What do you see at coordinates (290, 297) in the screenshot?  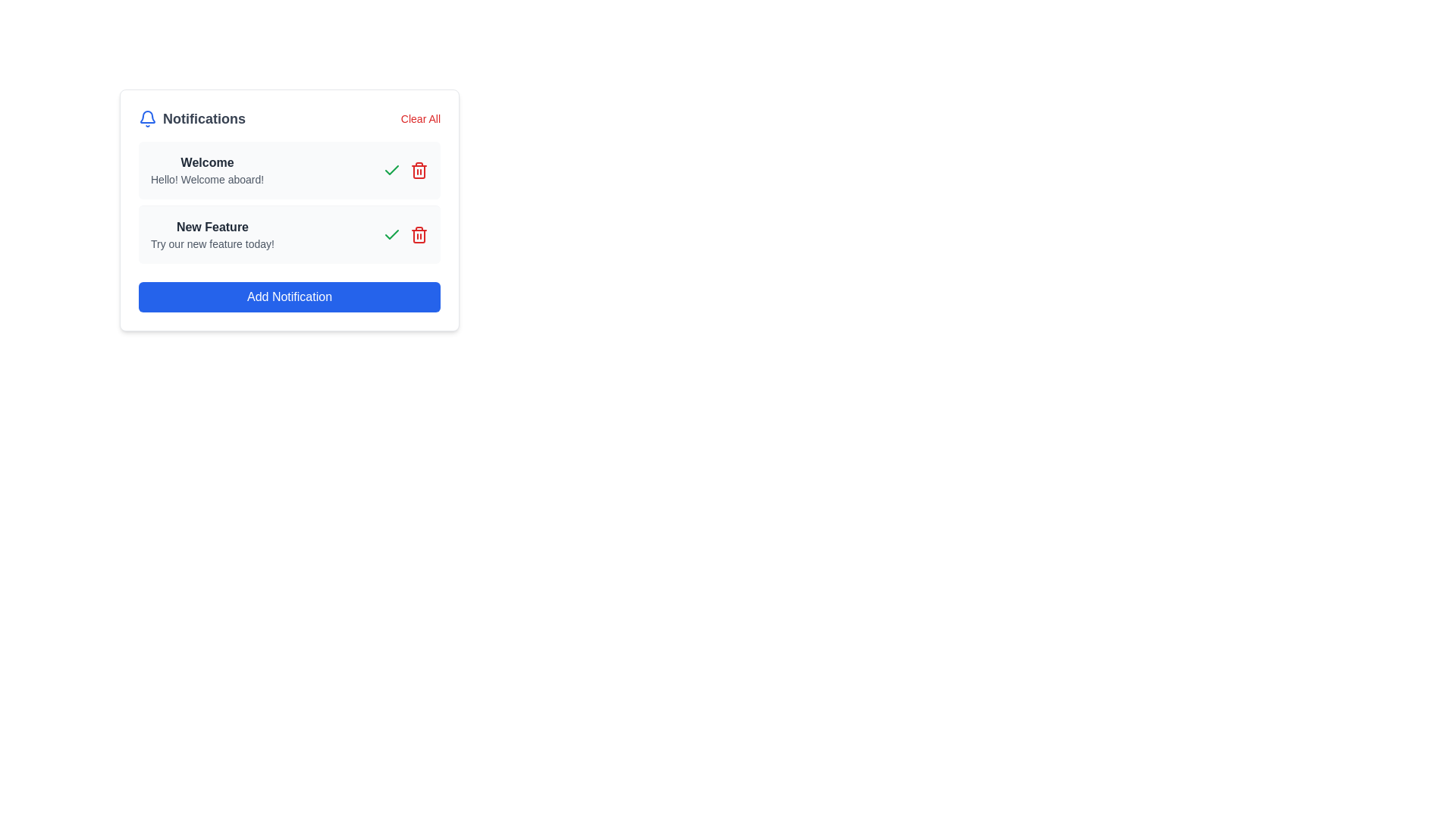 I see `the 'Add Notification' button located at the bottom of the notification panel` at bounding box center [290, 297].